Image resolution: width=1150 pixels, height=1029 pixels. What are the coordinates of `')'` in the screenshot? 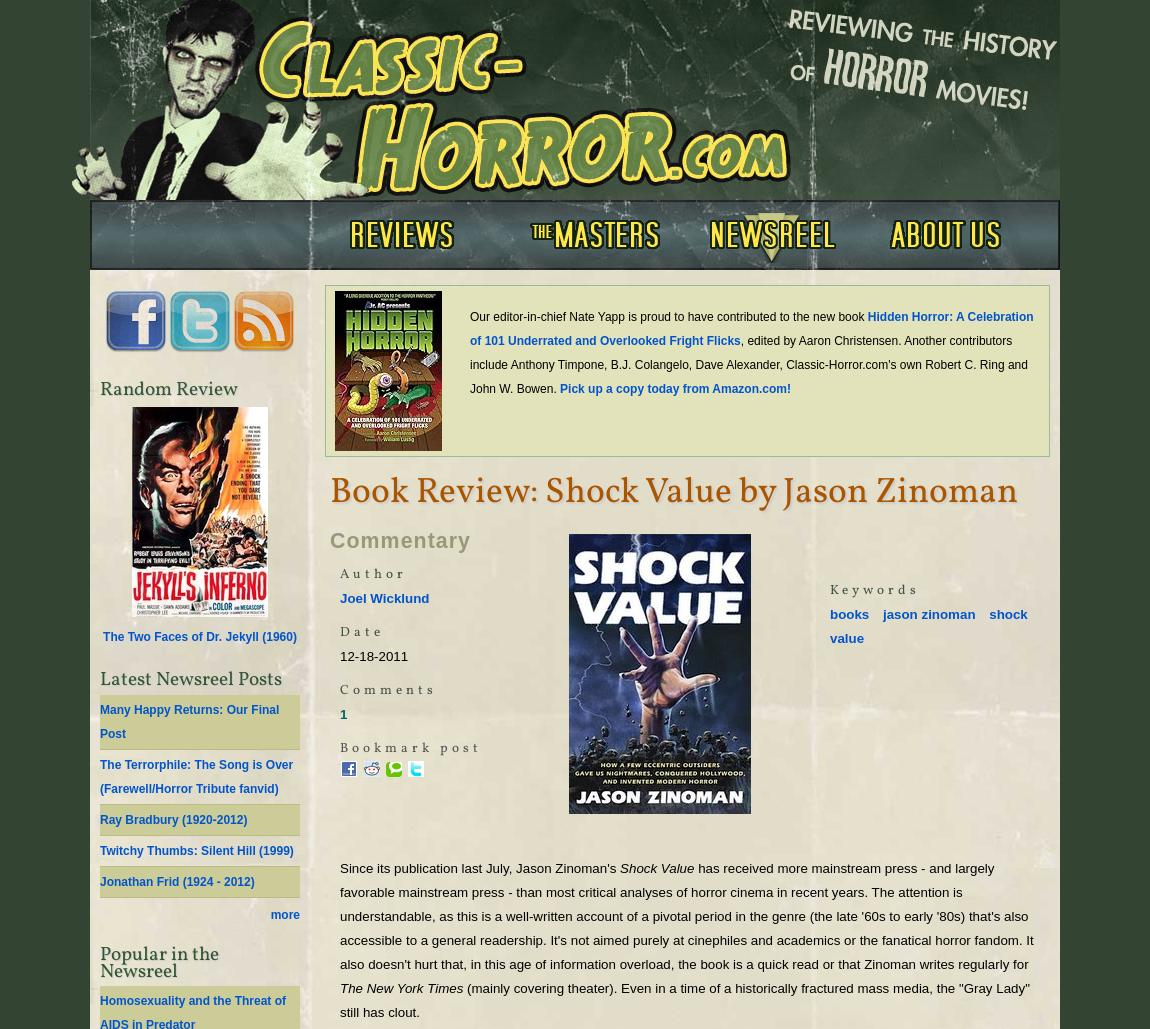 It's located at (294, 636).